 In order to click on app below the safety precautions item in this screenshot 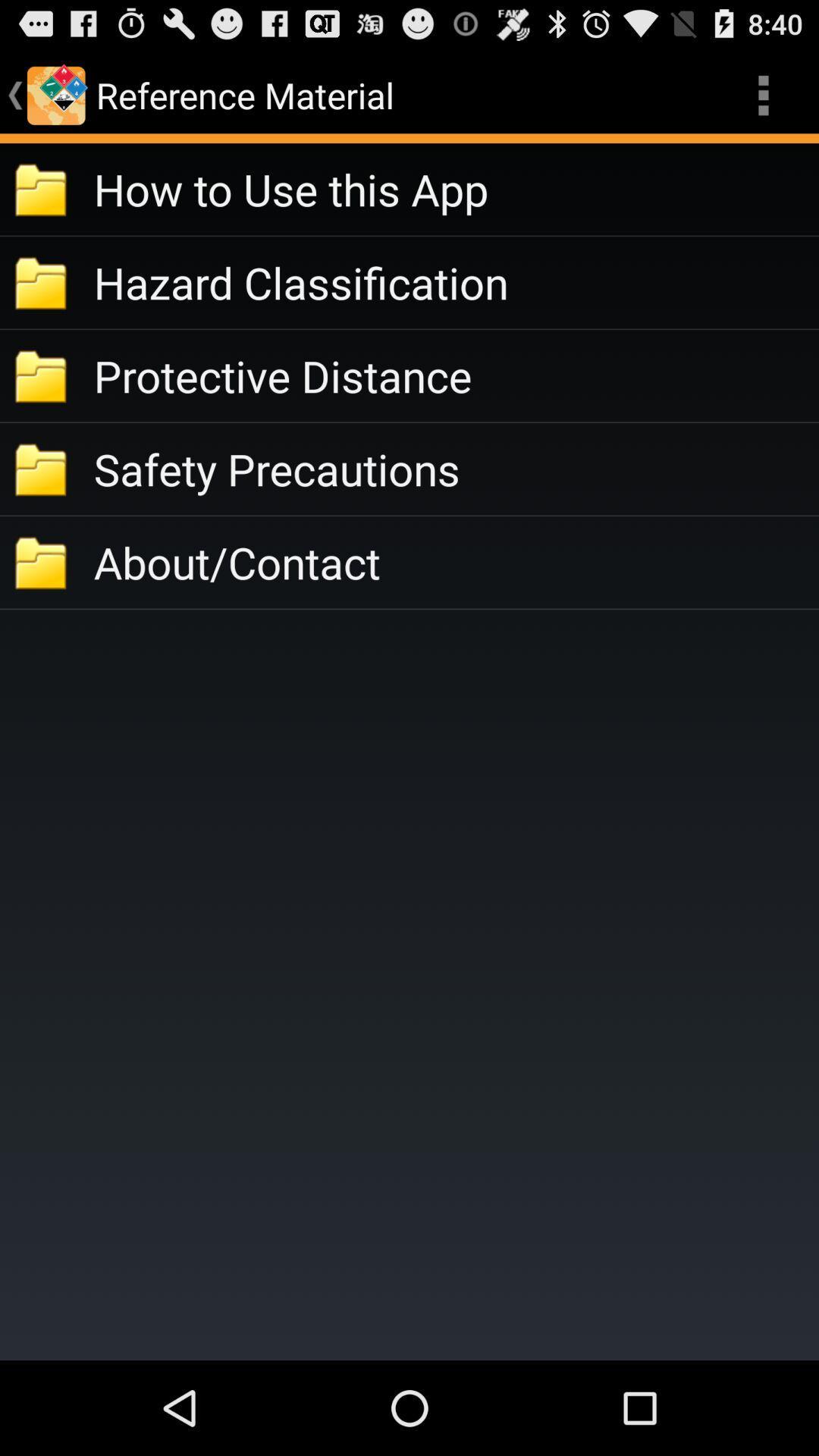, I will do `click(455, 561)`.